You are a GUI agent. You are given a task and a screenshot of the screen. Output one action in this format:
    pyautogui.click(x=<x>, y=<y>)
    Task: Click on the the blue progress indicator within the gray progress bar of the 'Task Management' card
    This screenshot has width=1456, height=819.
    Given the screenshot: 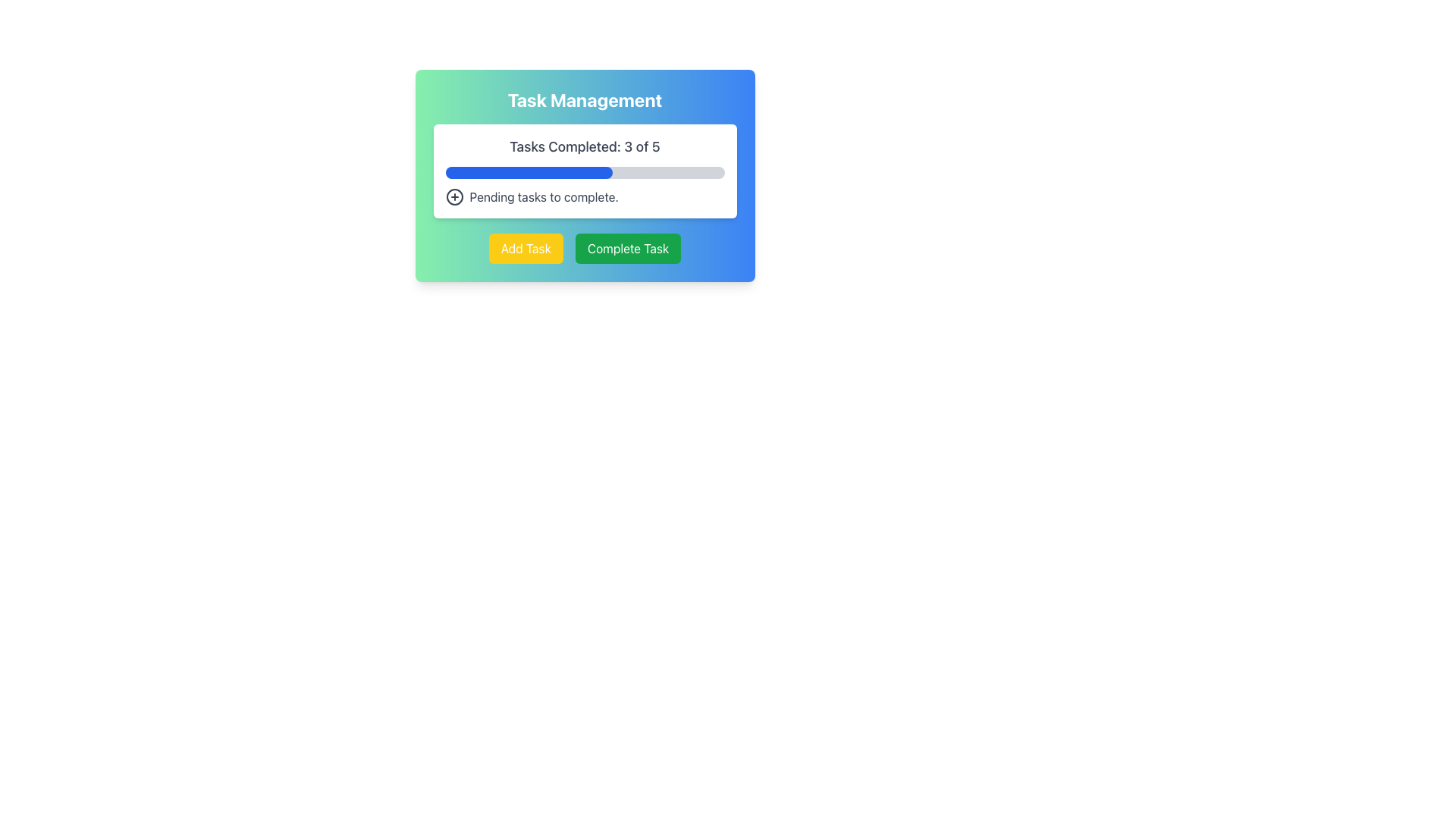 What is the action you would take?
    pyautogui.click(x=529, y=171)
    